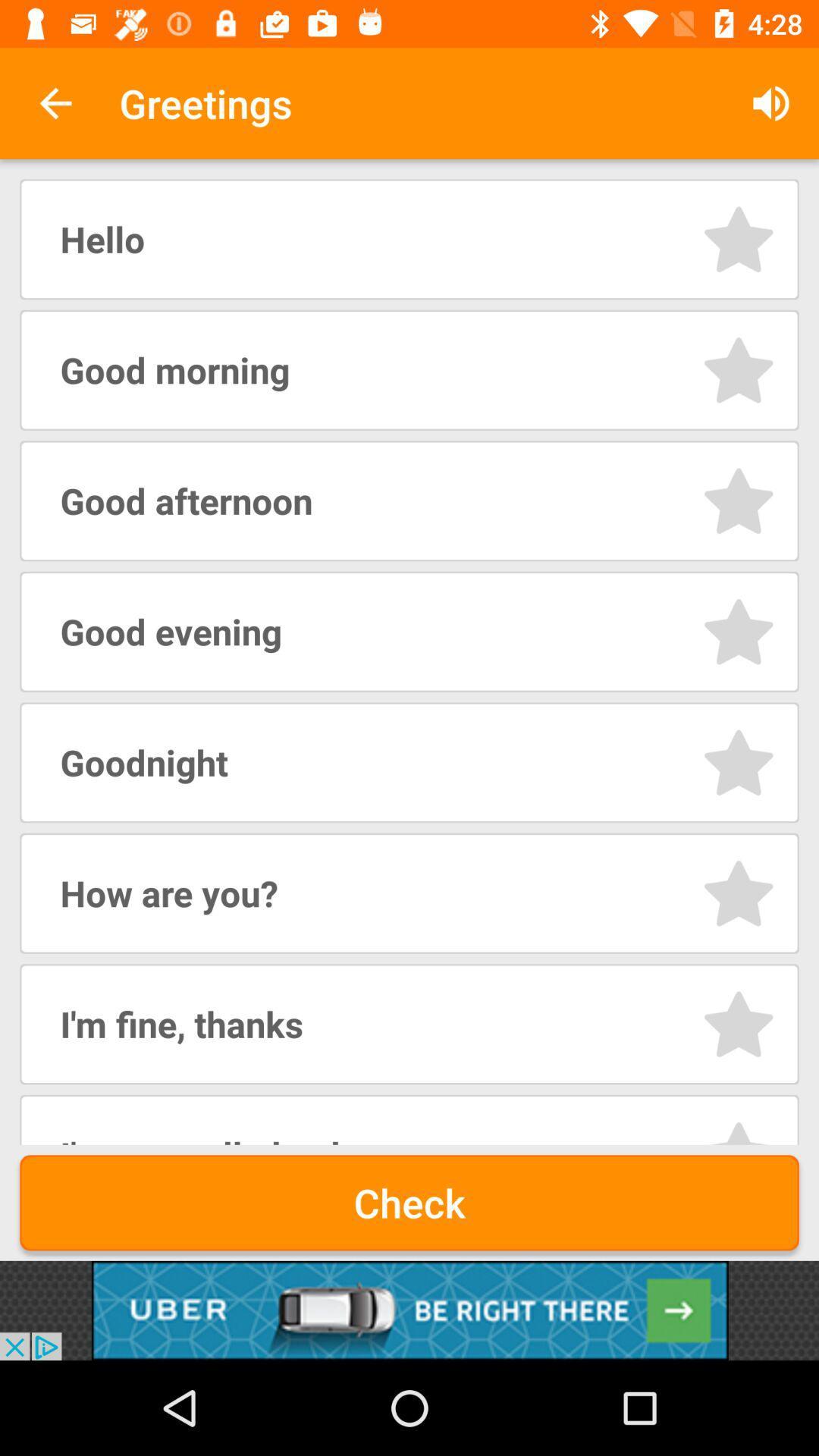 This screenshot has width=819, height=1456. I want to click on favorite, so click(738, 1024).